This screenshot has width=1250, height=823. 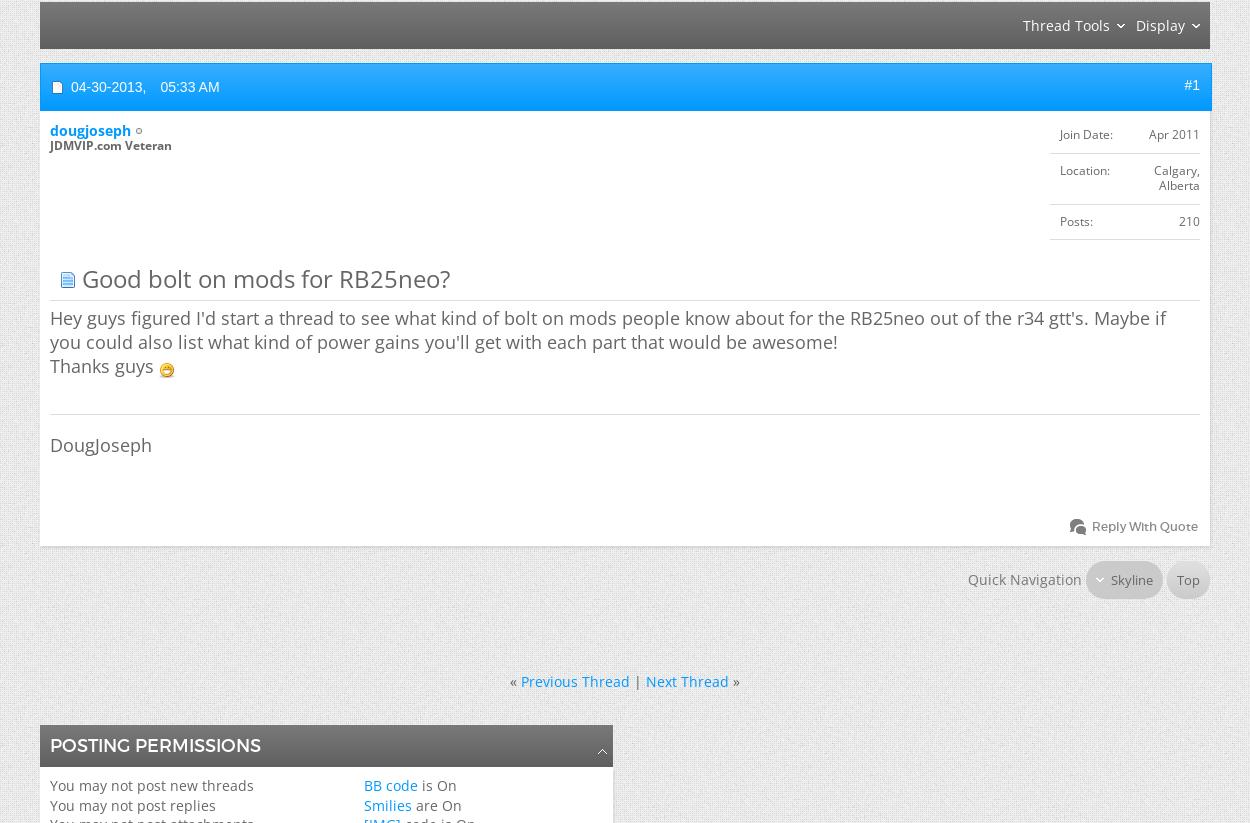 What do you see at coordinates (192, 784) in the screenshot?
I see `'post new threads'` at bounding box center [192, 784].